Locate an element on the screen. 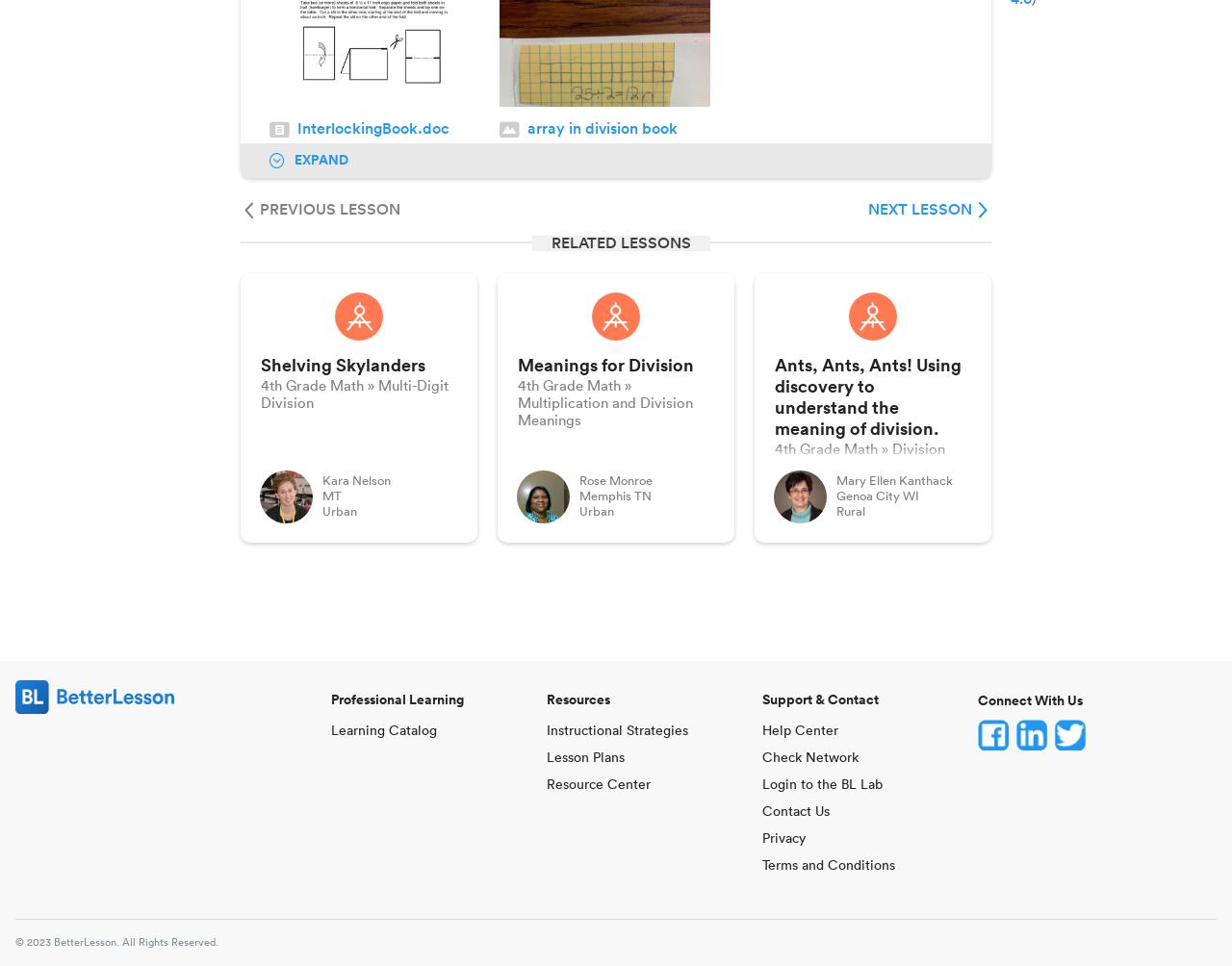 The height and width of the screenshot is (966, 1232). 'I lead a discussion about the vocabulary term for each number in the number sentence. Students should record the terms on the last page in the book' is located at coordinates (600, 762).